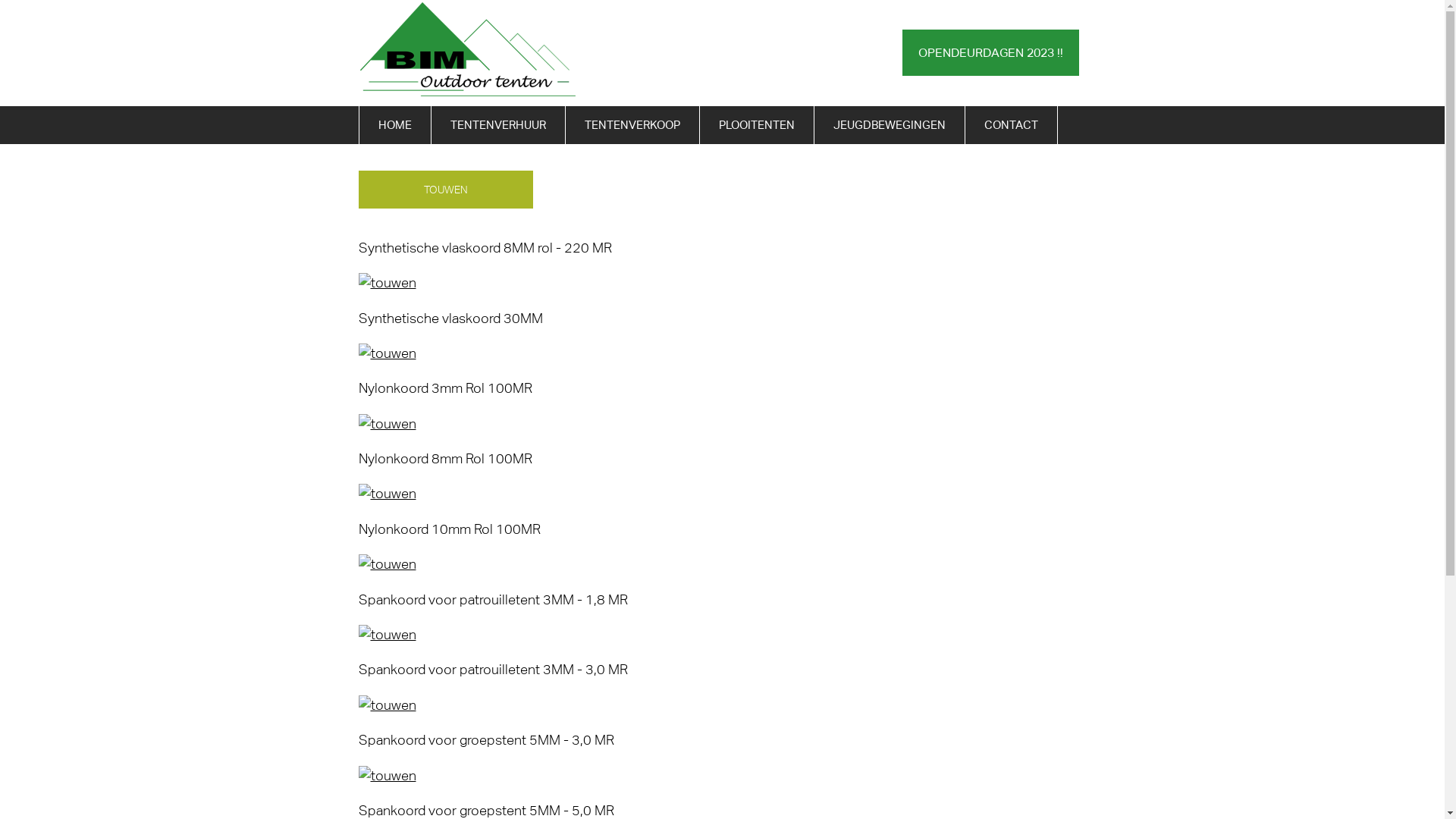 This screenshot has height=819, width=1456. I want to click on 'CONTACT', so click(1010, 124).